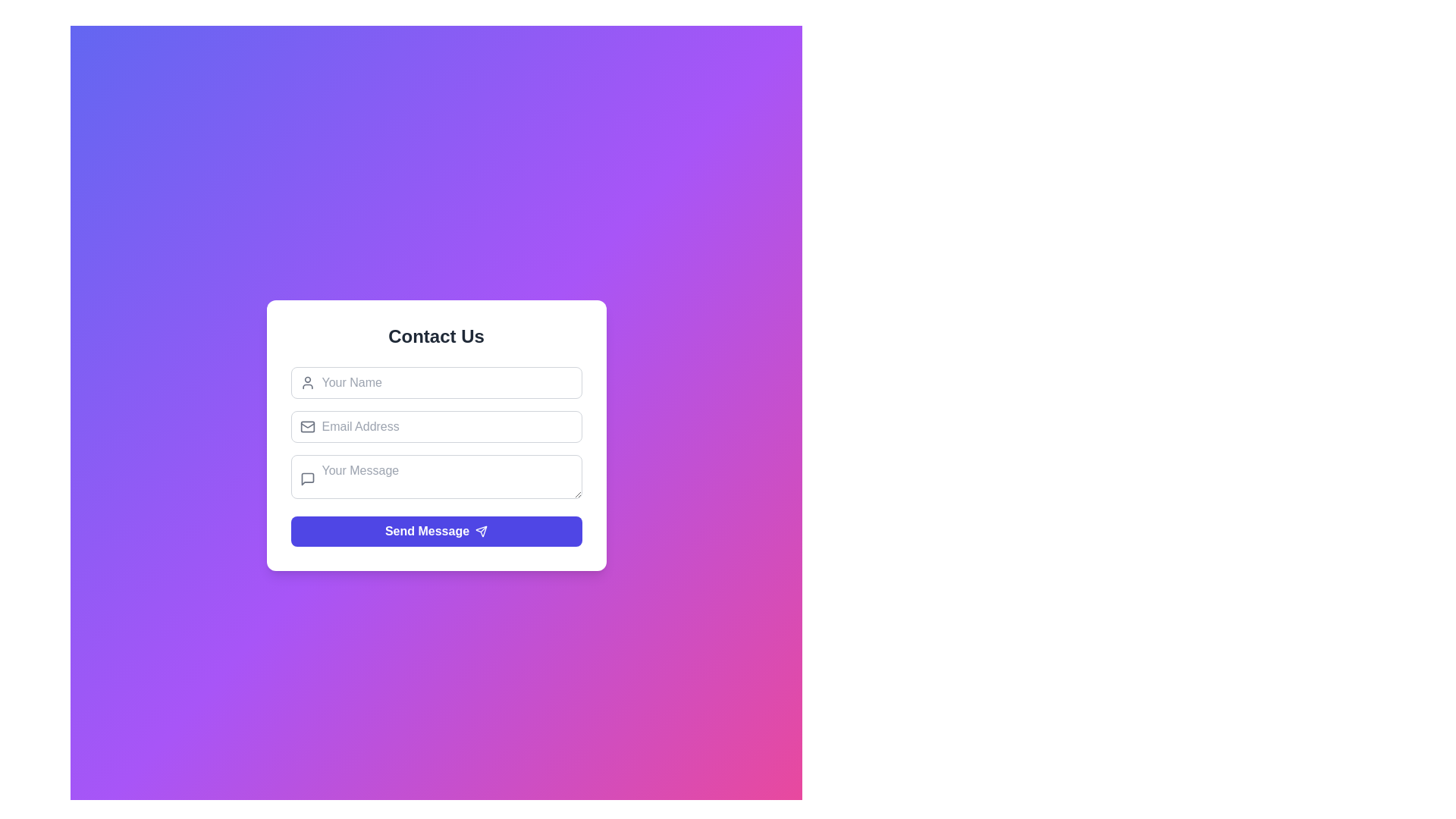 The width and height of the screenshot is (1456, 819). I want to click on inside the email input field in the 'Contact Us' form to focus on it, so click(435, 426).